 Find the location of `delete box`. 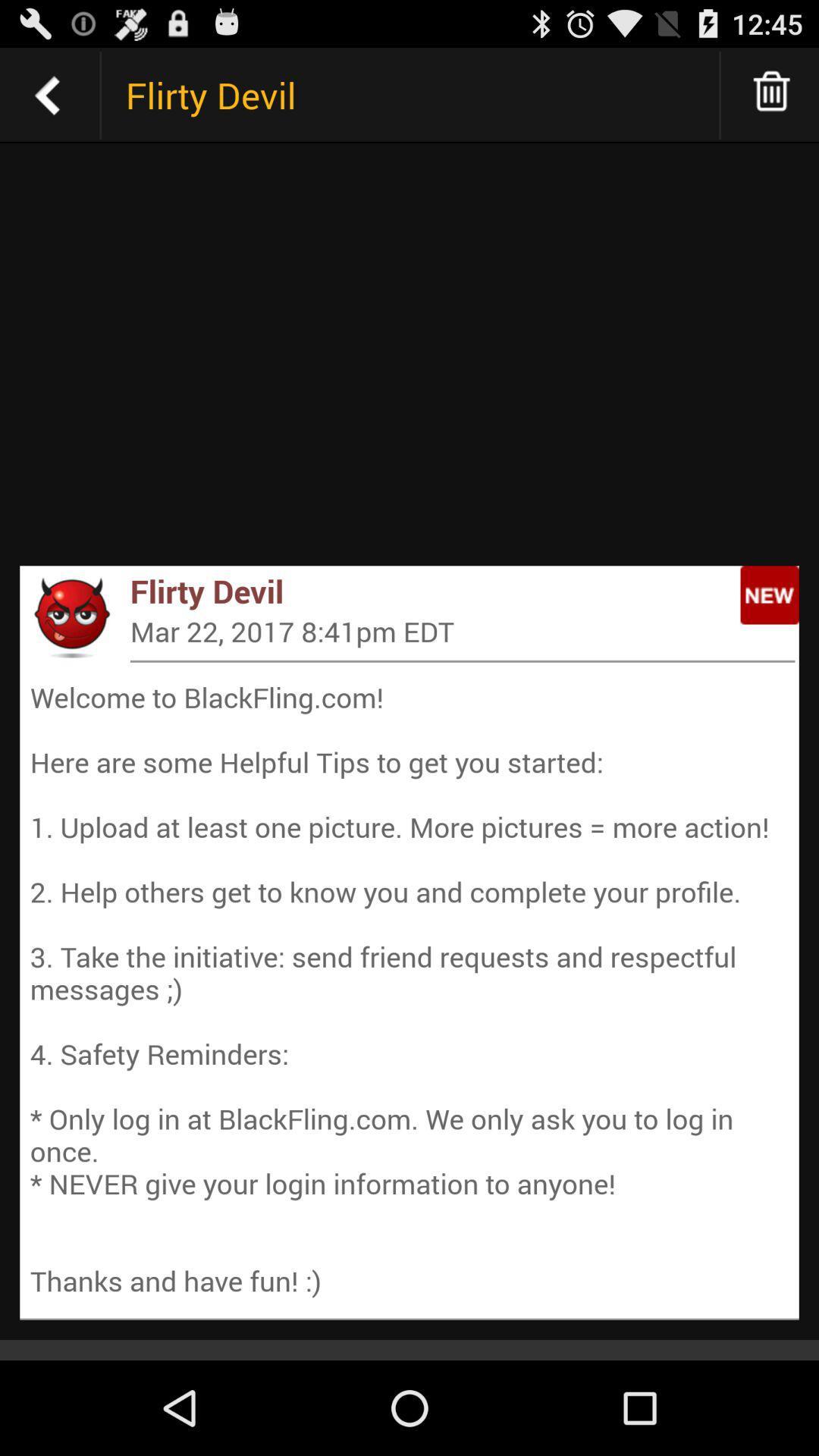

delete box is located at coordinates (772, 94).